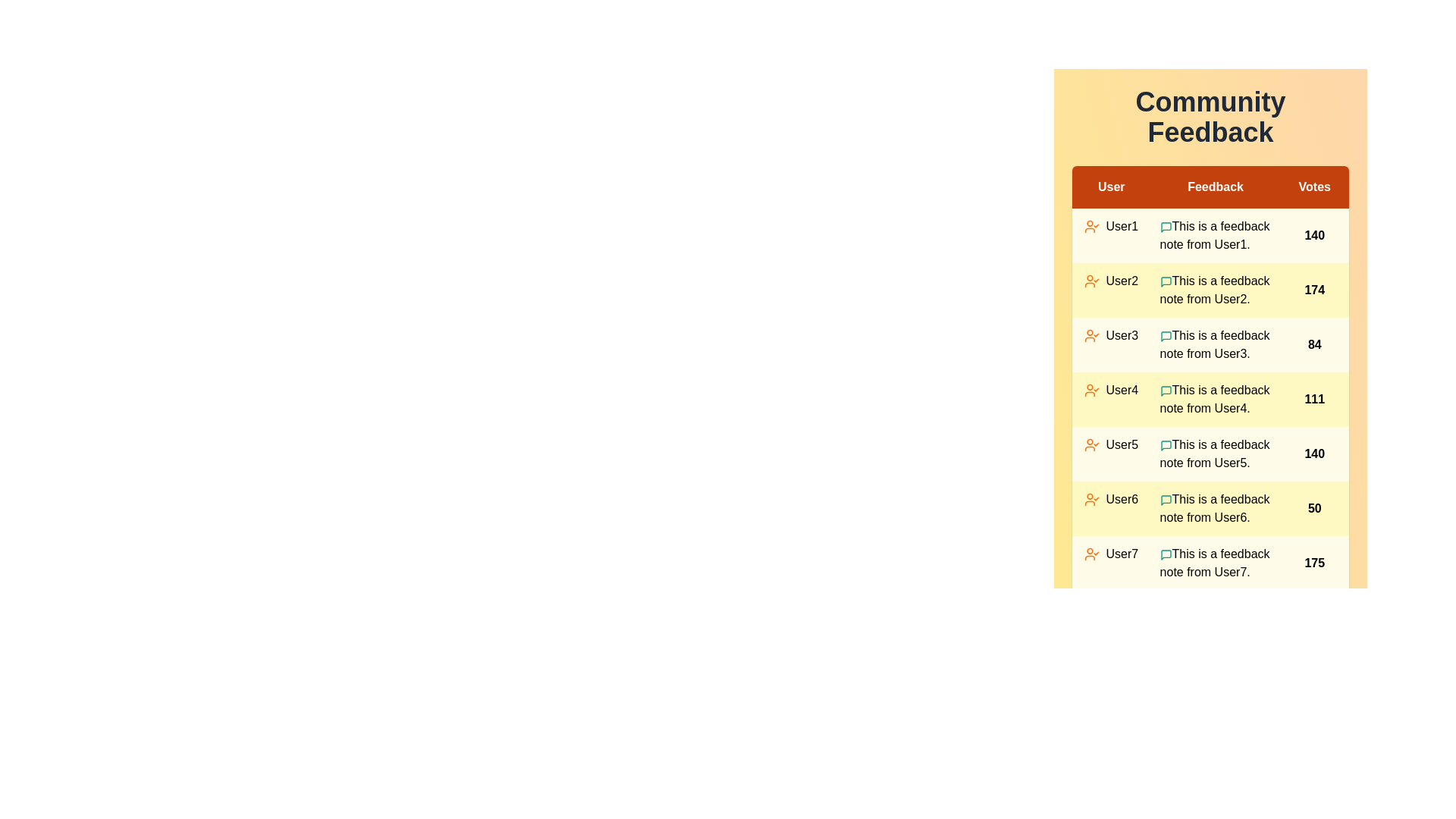 The image size is (1456, 819). Describe the element at coordinates (1092, 335) in the screenshot. I see `the user icon corresponding to User3 to view their details` at that location.